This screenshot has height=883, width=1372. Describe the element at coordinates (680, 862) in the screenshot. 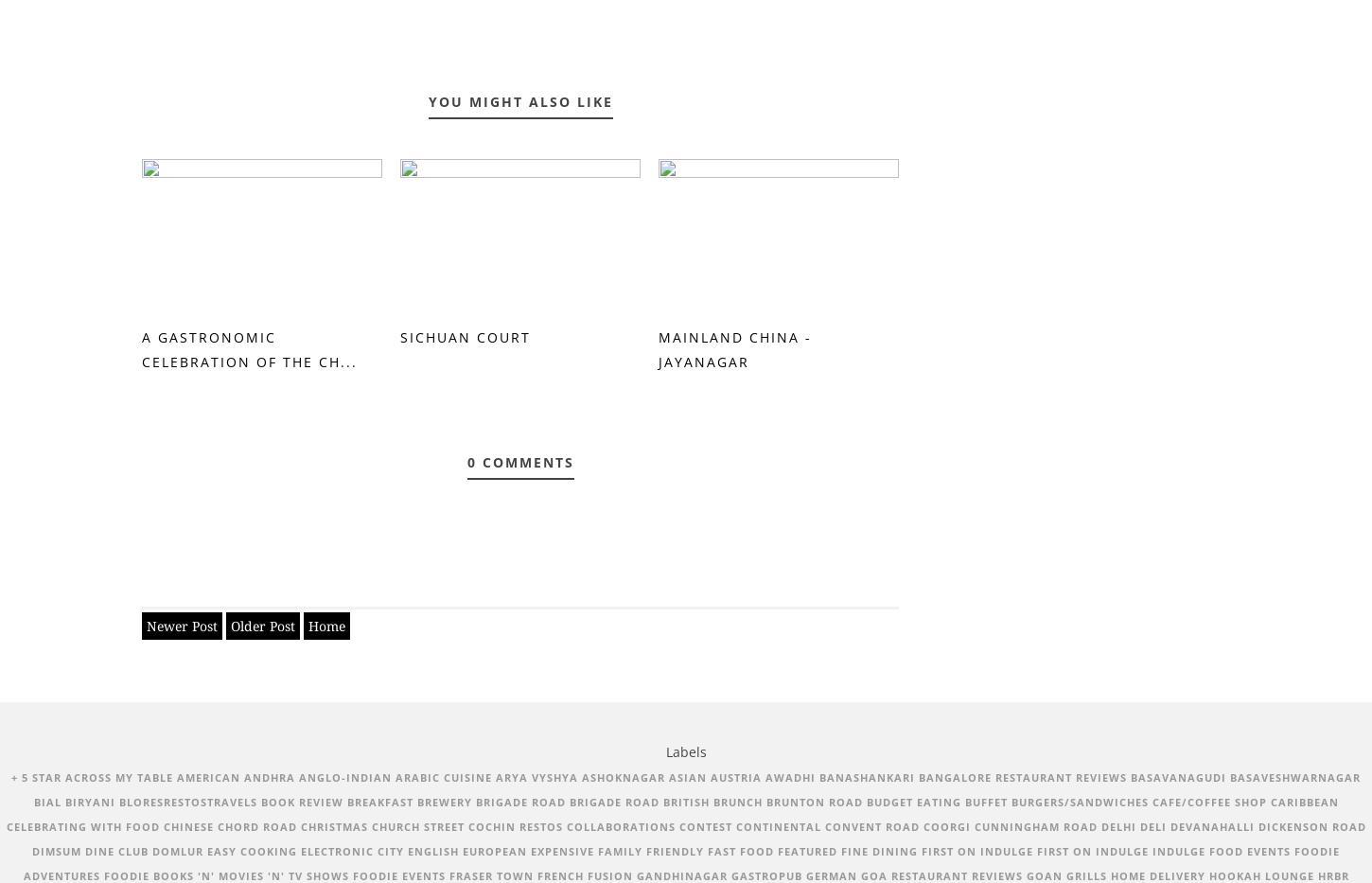

I see `'Foodie adventures'` at that location.